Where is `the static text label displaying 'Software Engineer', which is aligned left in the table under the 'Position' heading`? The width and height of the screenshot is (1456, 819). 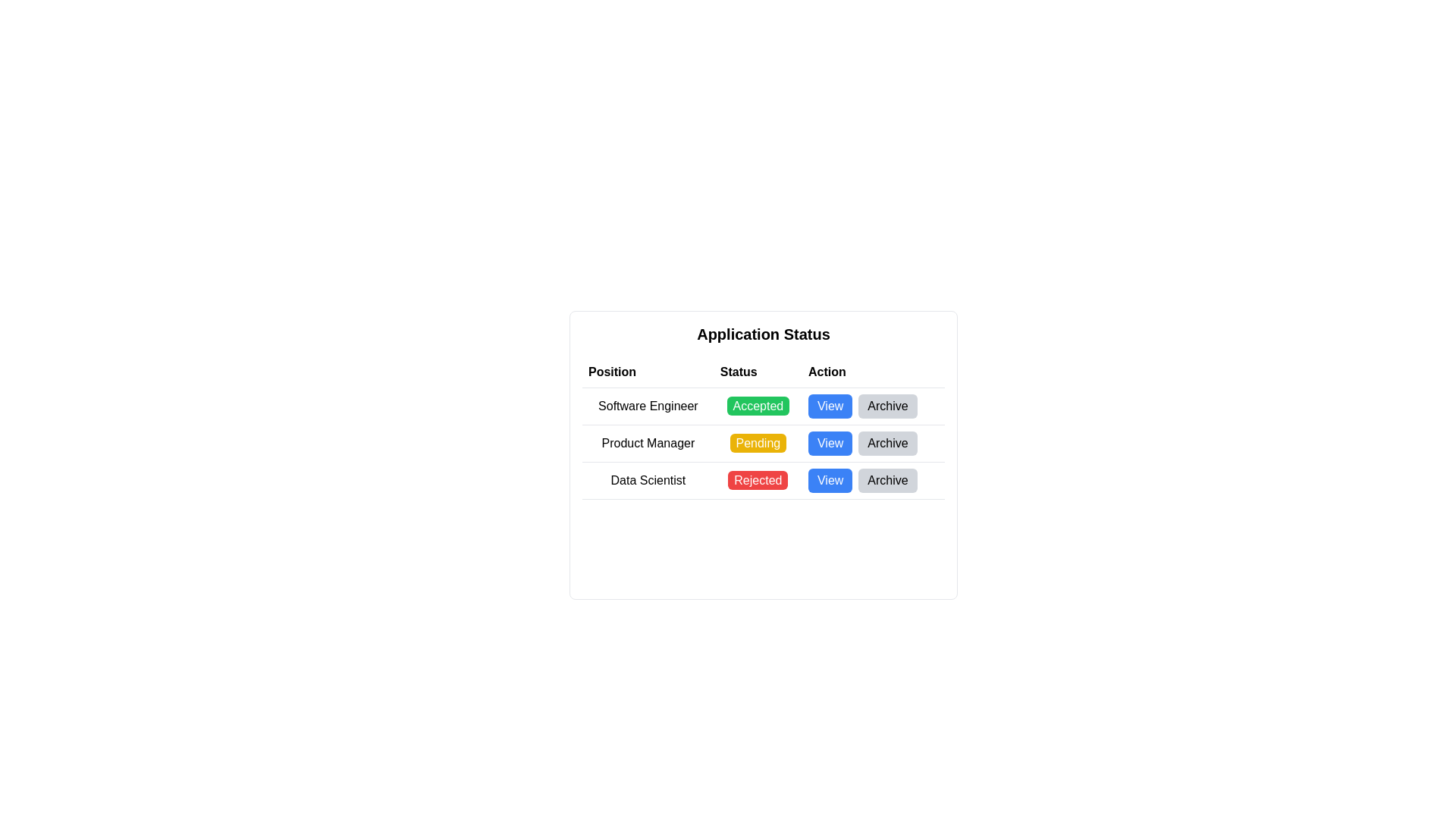
the static text label displaying 'Software Engineer', which is aligned left in the table under the 'Position' heading is located at coordinates (648, 406).